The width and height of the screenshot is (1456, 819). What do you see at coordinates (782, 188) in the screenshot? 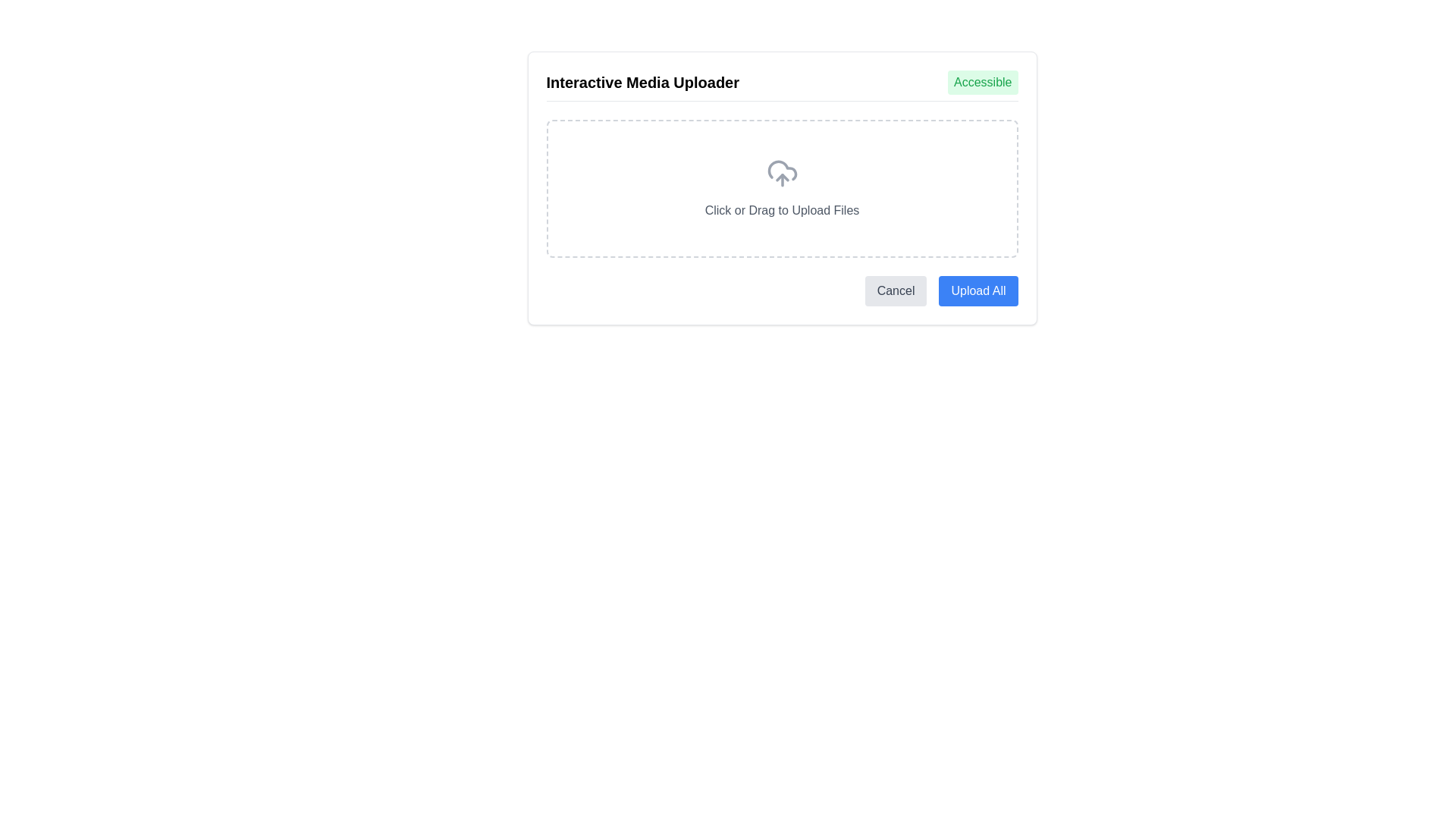
I see `the File upload area which has a dashed border and a cloud upload icon, indicating the area where files can be uploaded` at bounding box center [782, 188].